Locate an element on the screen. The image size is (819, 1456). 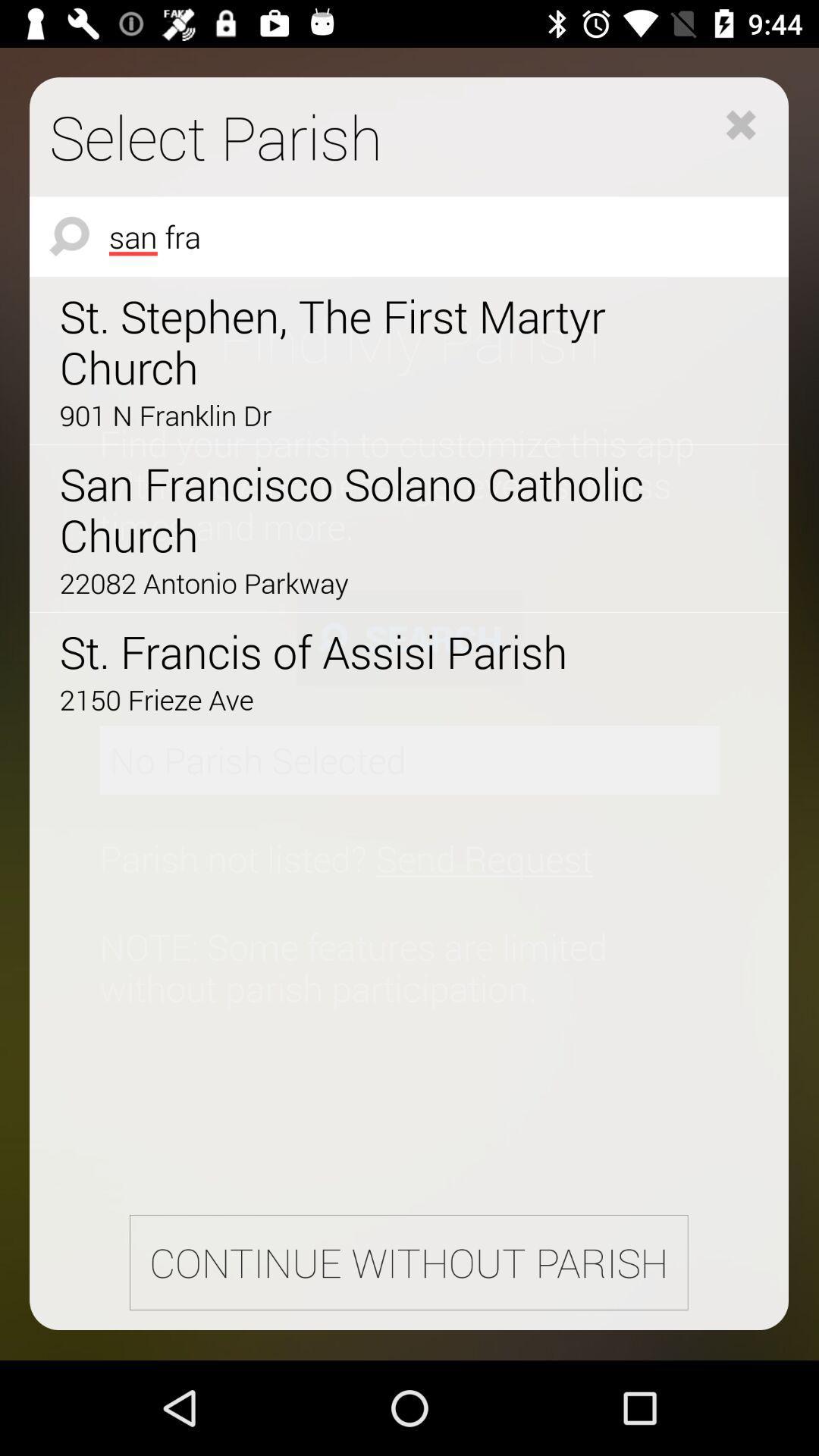
icon above the continue without parish is located at coordinates (366, 698).